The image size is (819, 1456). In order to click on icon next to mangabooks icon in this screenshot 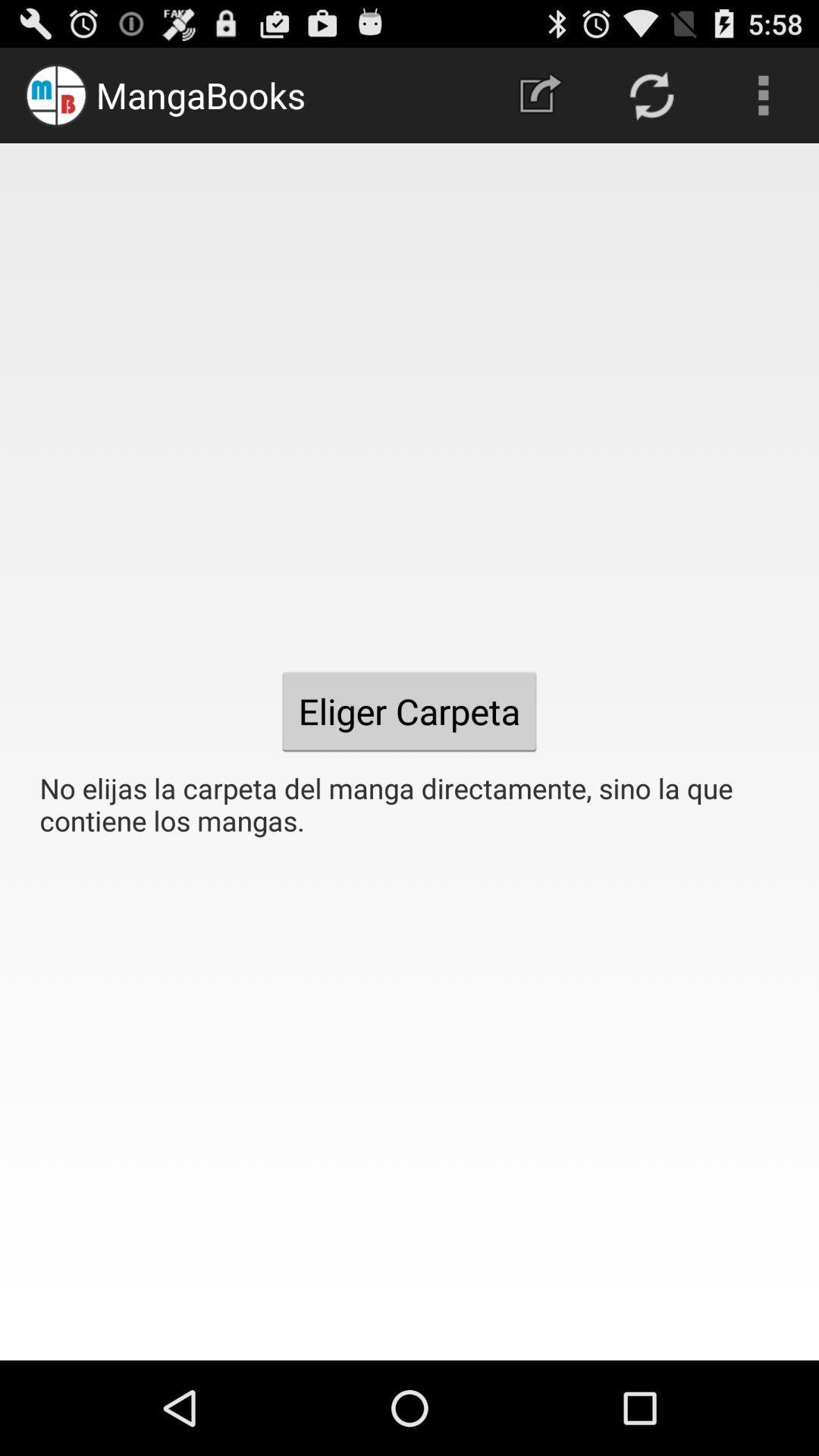, I will do `click(539, 94)`.